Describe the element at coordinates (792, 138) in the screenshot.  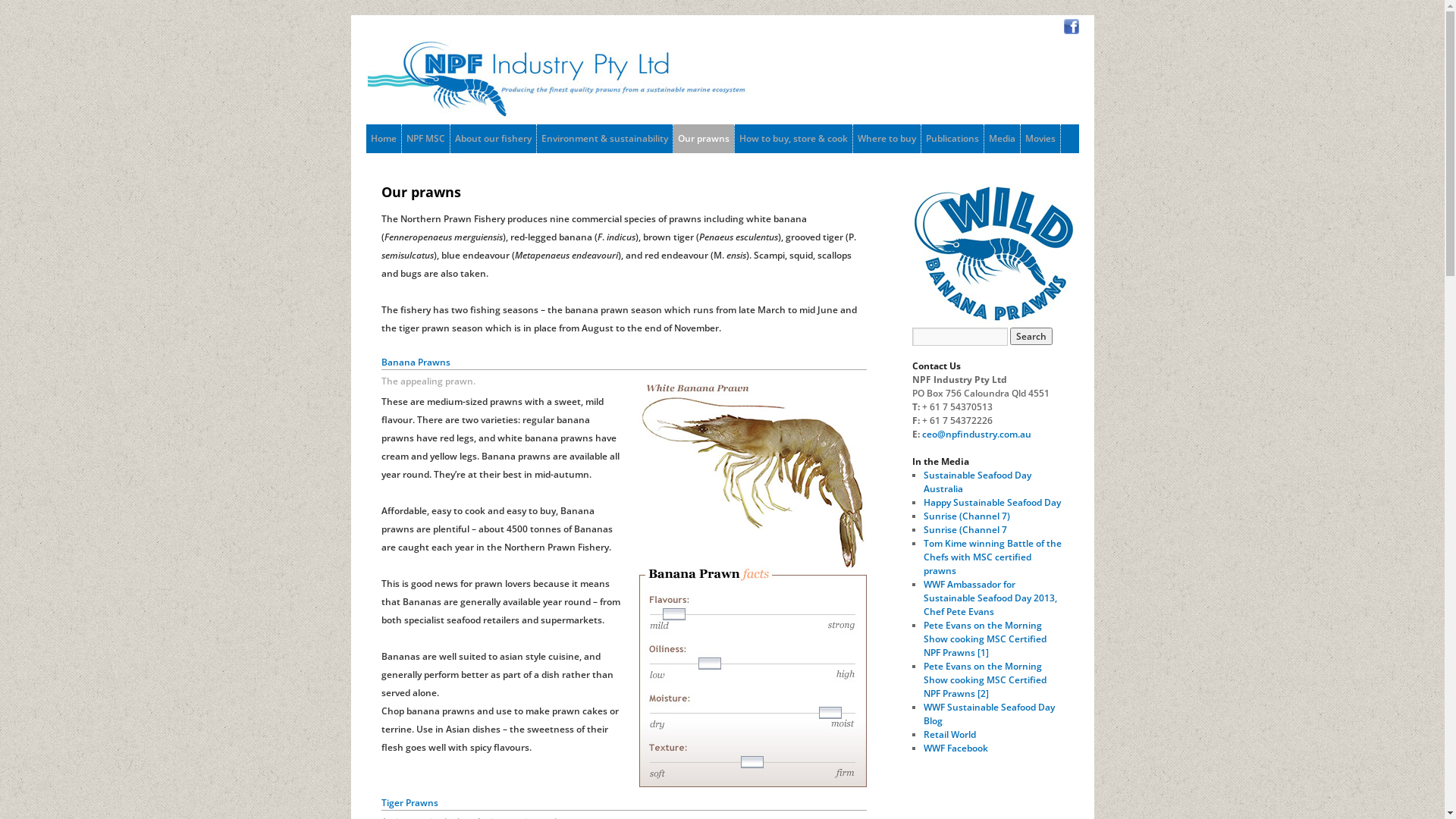
I see `'How to buy, store & cook'` at that location.